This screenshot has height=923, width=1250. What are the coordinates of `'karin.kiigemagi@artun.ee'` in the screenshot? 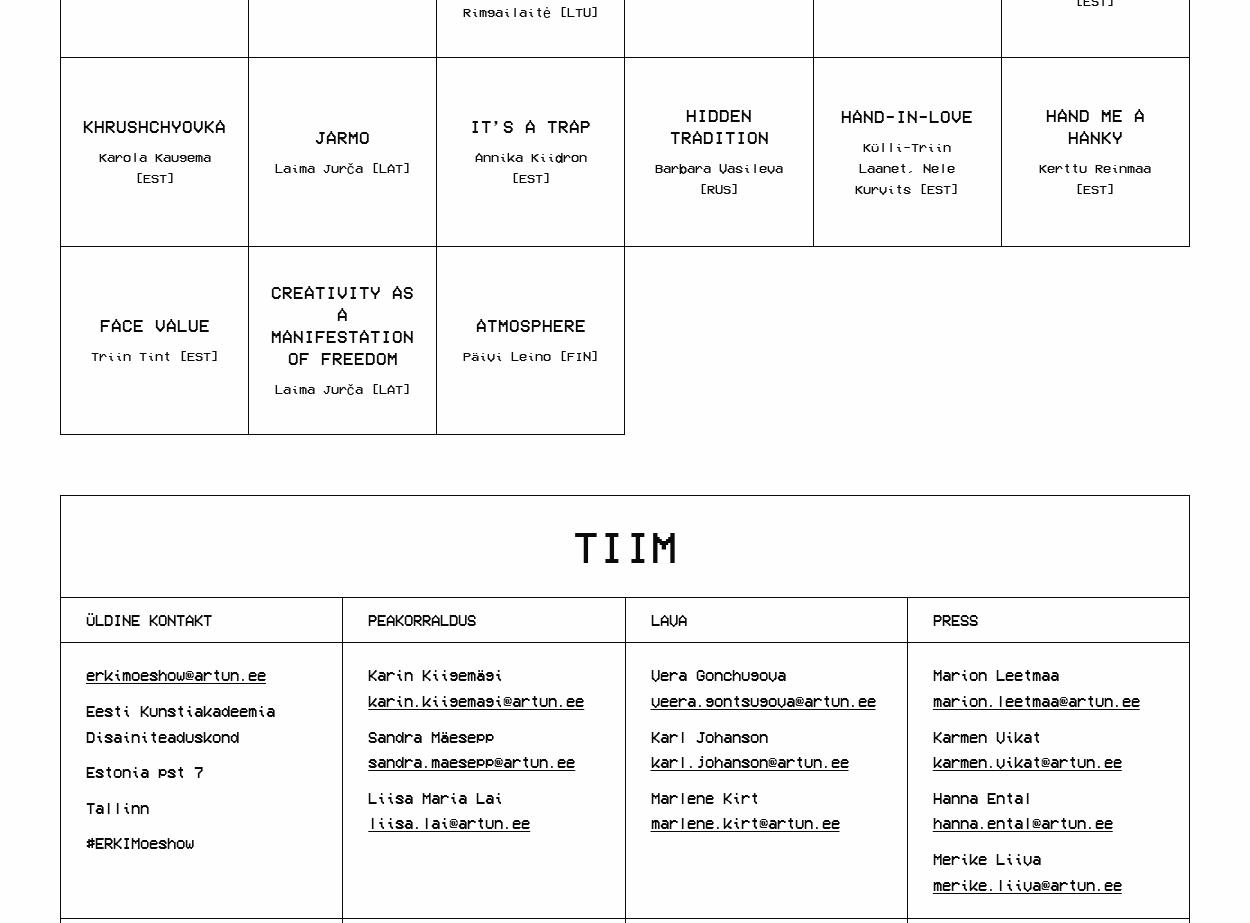 It's located at (475, 699).